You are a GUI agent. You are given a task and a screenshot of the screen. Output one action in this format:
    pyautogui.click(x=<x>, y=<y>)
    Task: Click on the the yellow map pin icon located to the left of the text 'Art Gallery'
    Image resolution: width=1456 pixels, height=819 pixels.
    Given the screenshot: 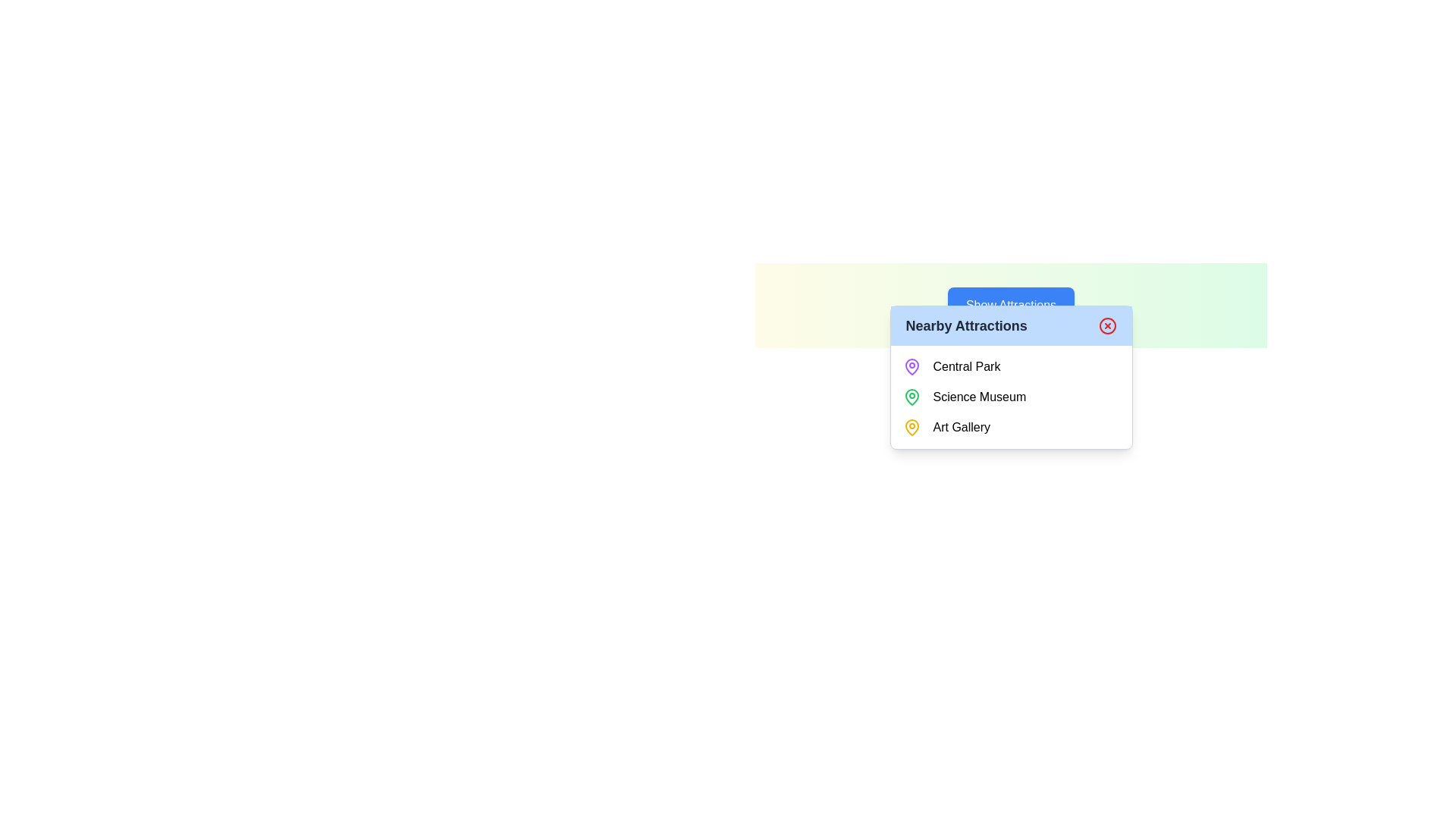 What is the action you would take?
    pyautogui.click(x=911, y=427)
    